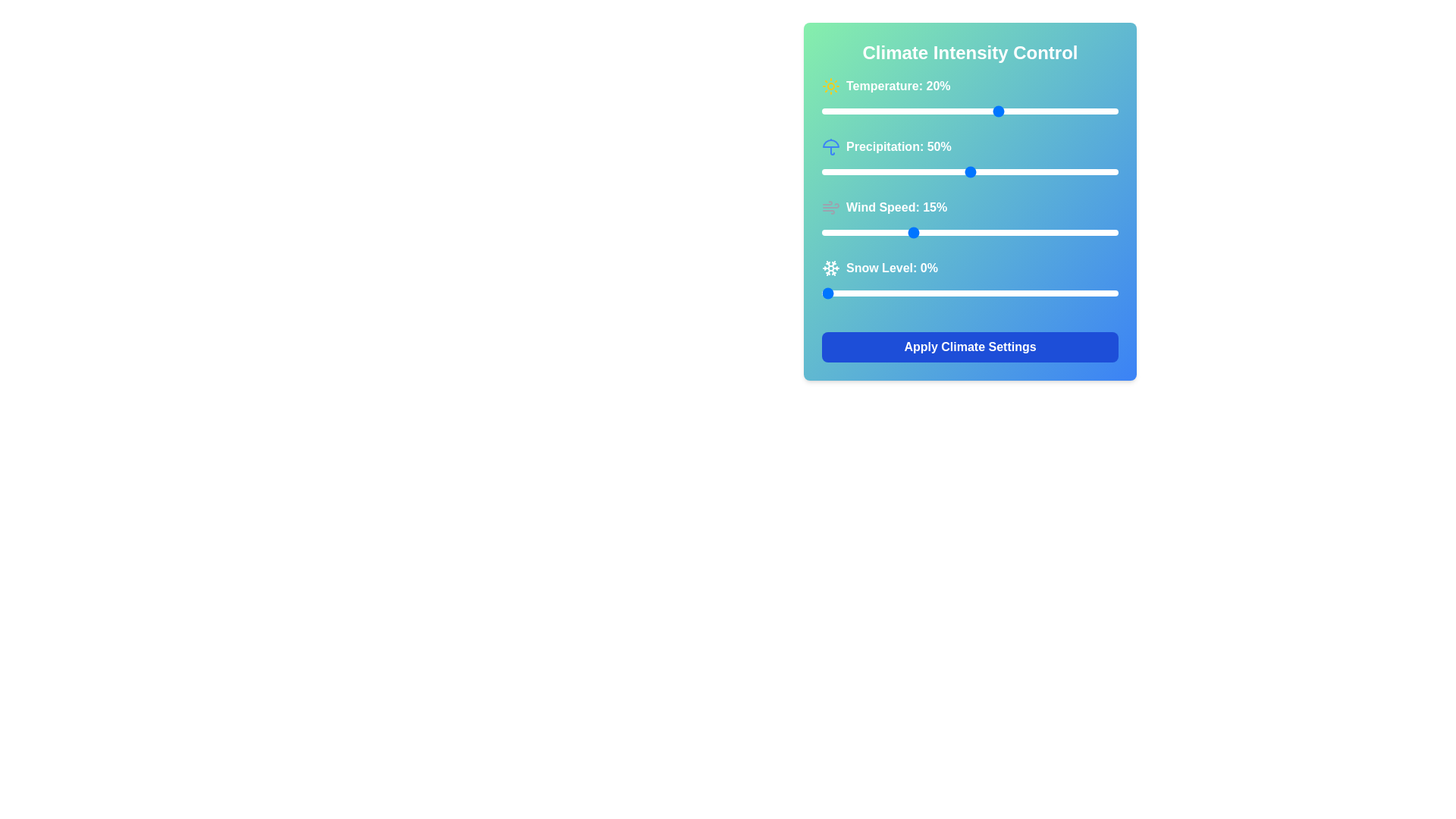 The height and width of the screenshot is (819, 1456). What do you see at coordinates (1037, 293) in the screenshot?
I see `the snow level` at bounding box center [1037, 293].